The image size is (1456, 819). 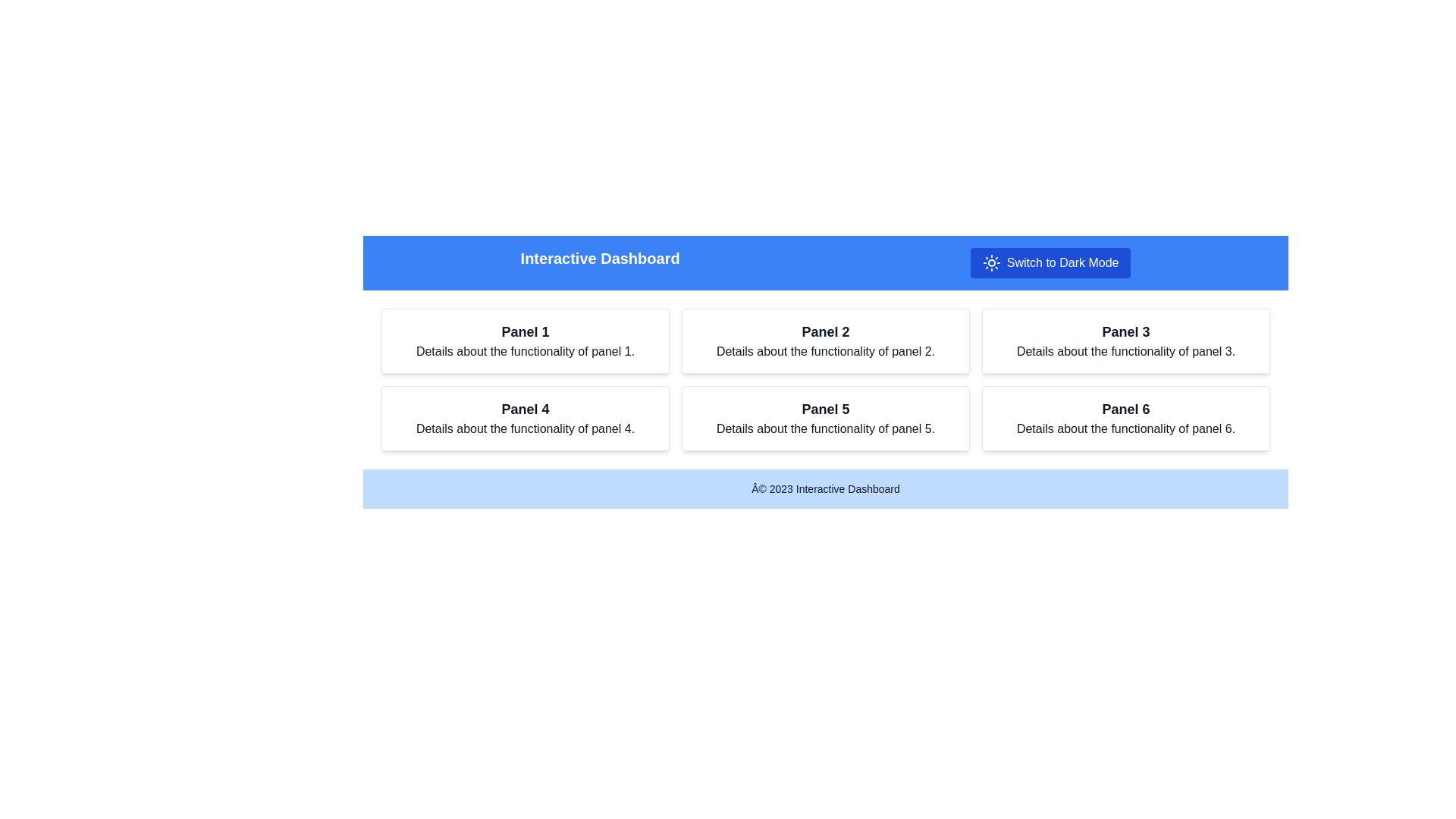 What do you see at coordinates (1050, 262) in the screenshot?
I see `the button located on the right side of the horizontal blue navigation bar` at bounding box center [1050, 262].